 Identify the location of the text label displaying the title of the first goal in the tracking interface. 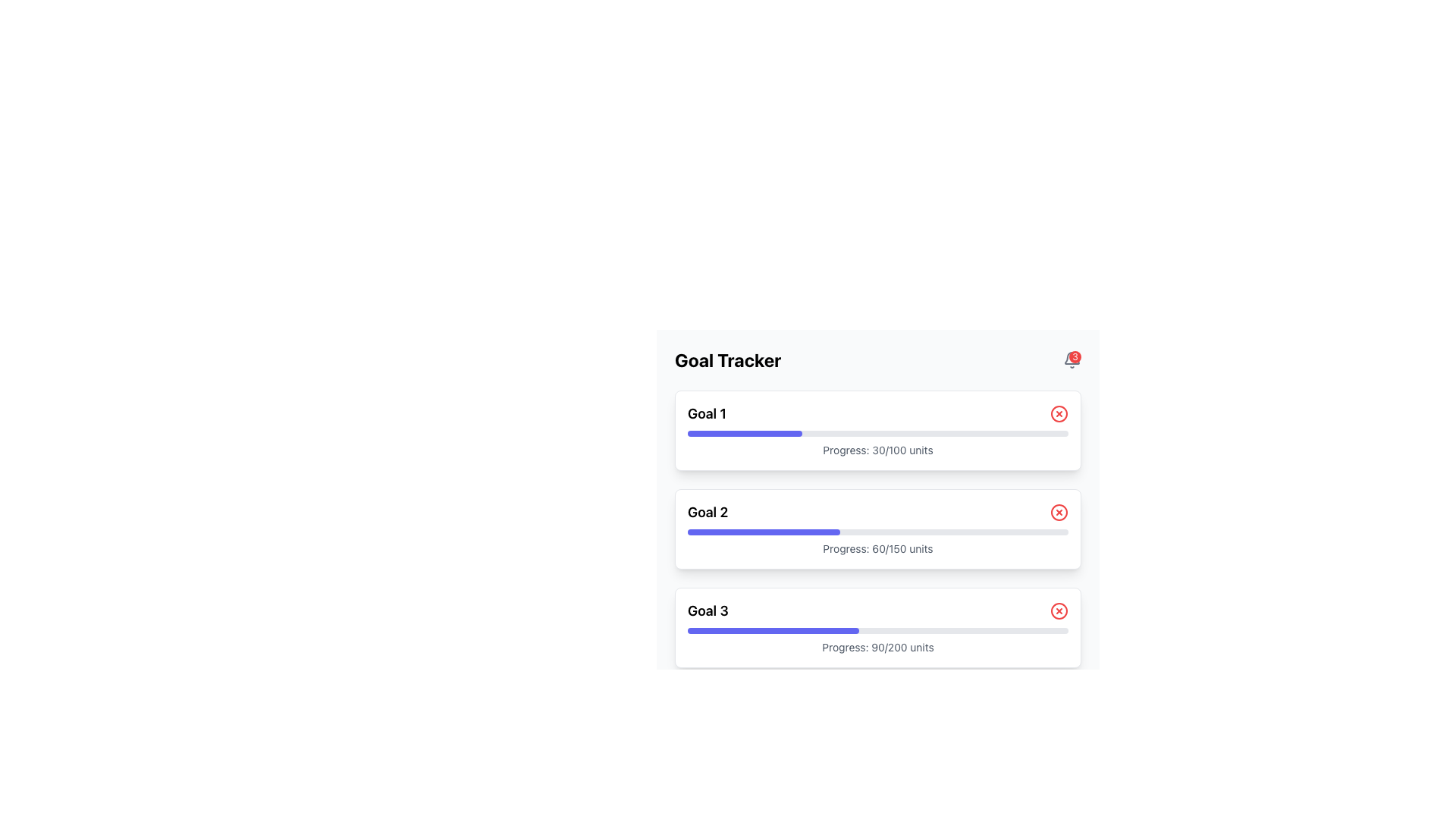
(706, 414).